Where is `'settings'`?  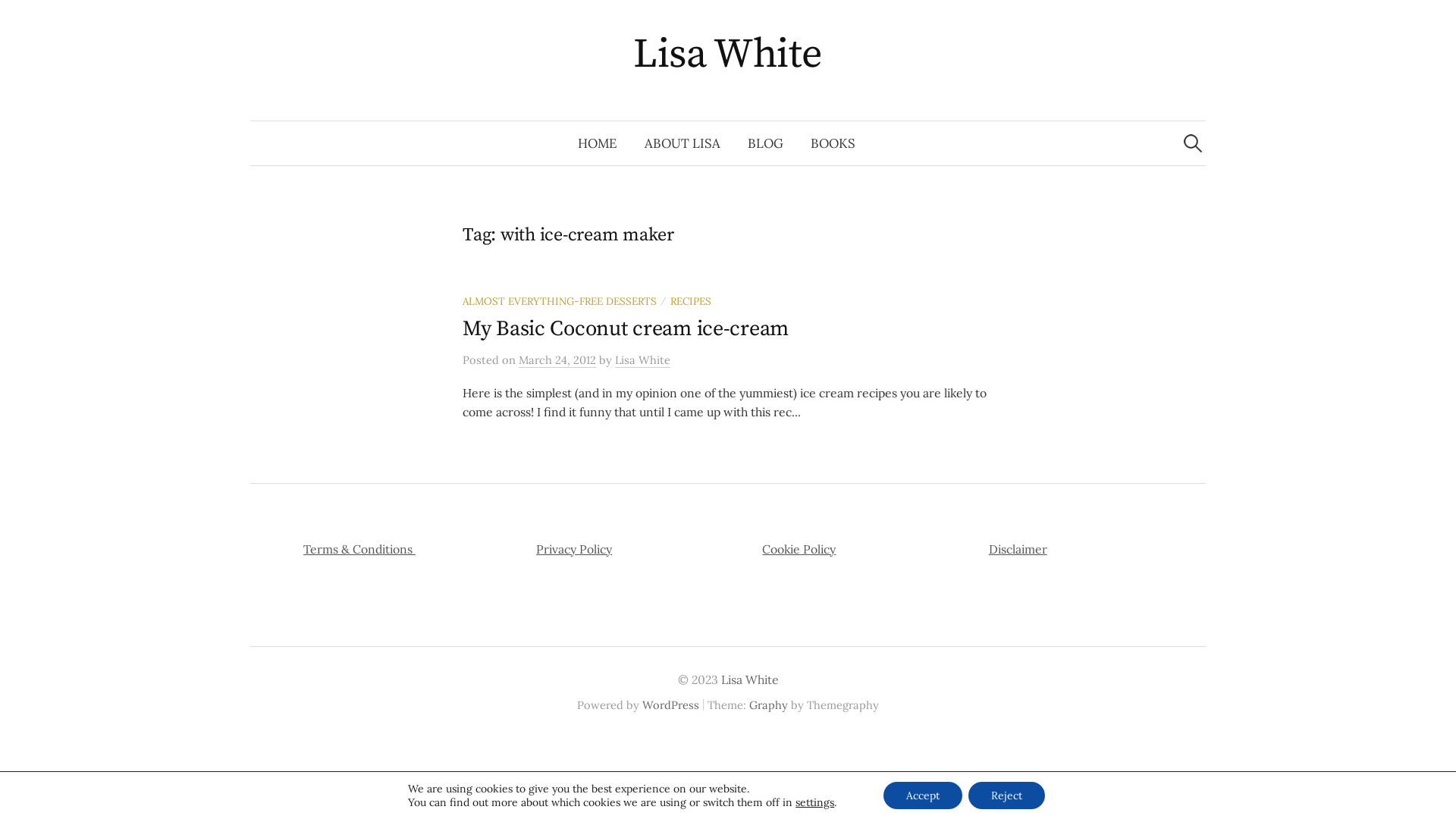
'settings' is located at coordinates (814, 801).